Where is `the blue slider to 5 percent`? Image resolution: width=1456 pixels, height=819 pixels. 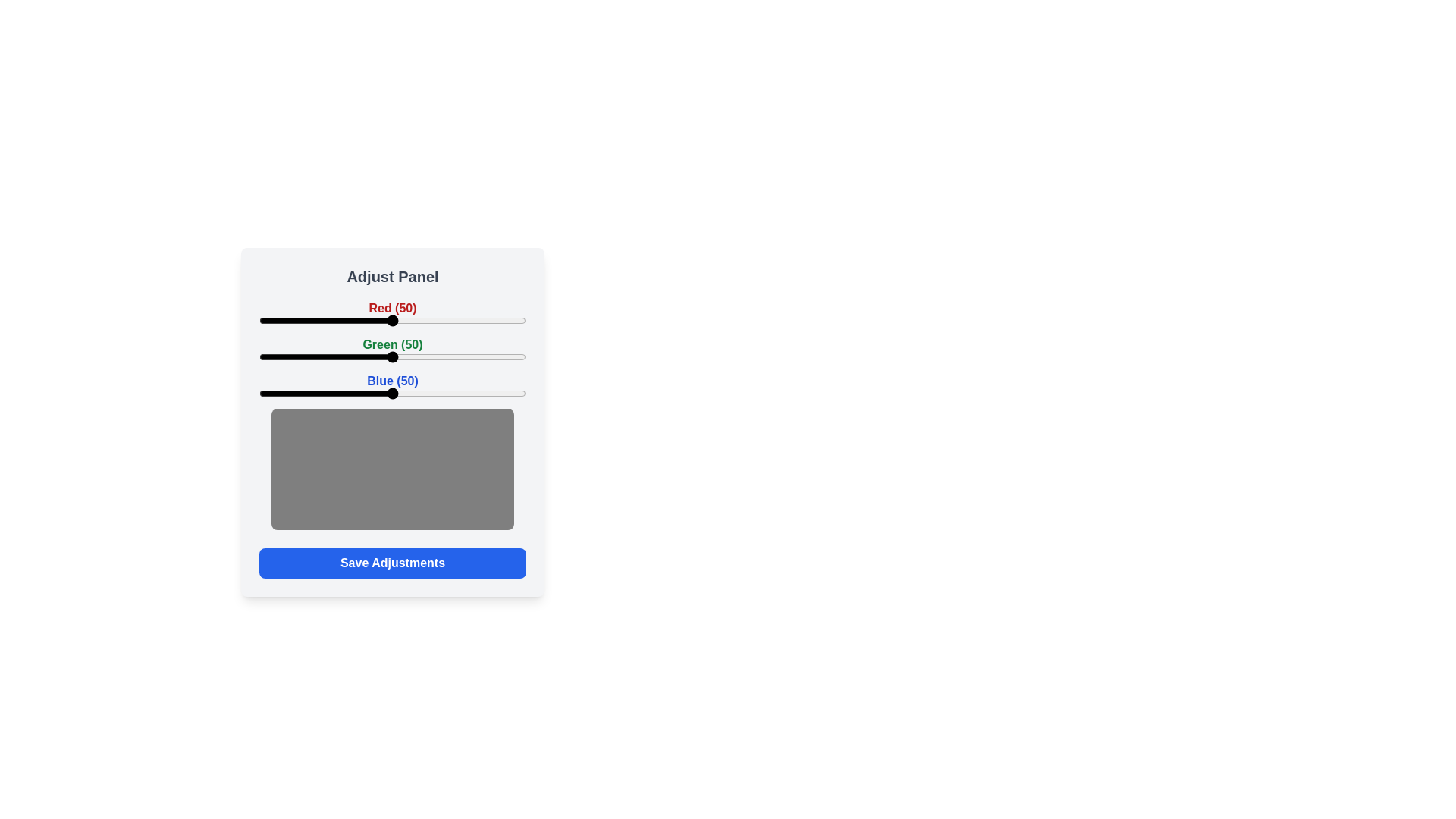 the blue slider to 5 percent is located at coordinates (272, 393).